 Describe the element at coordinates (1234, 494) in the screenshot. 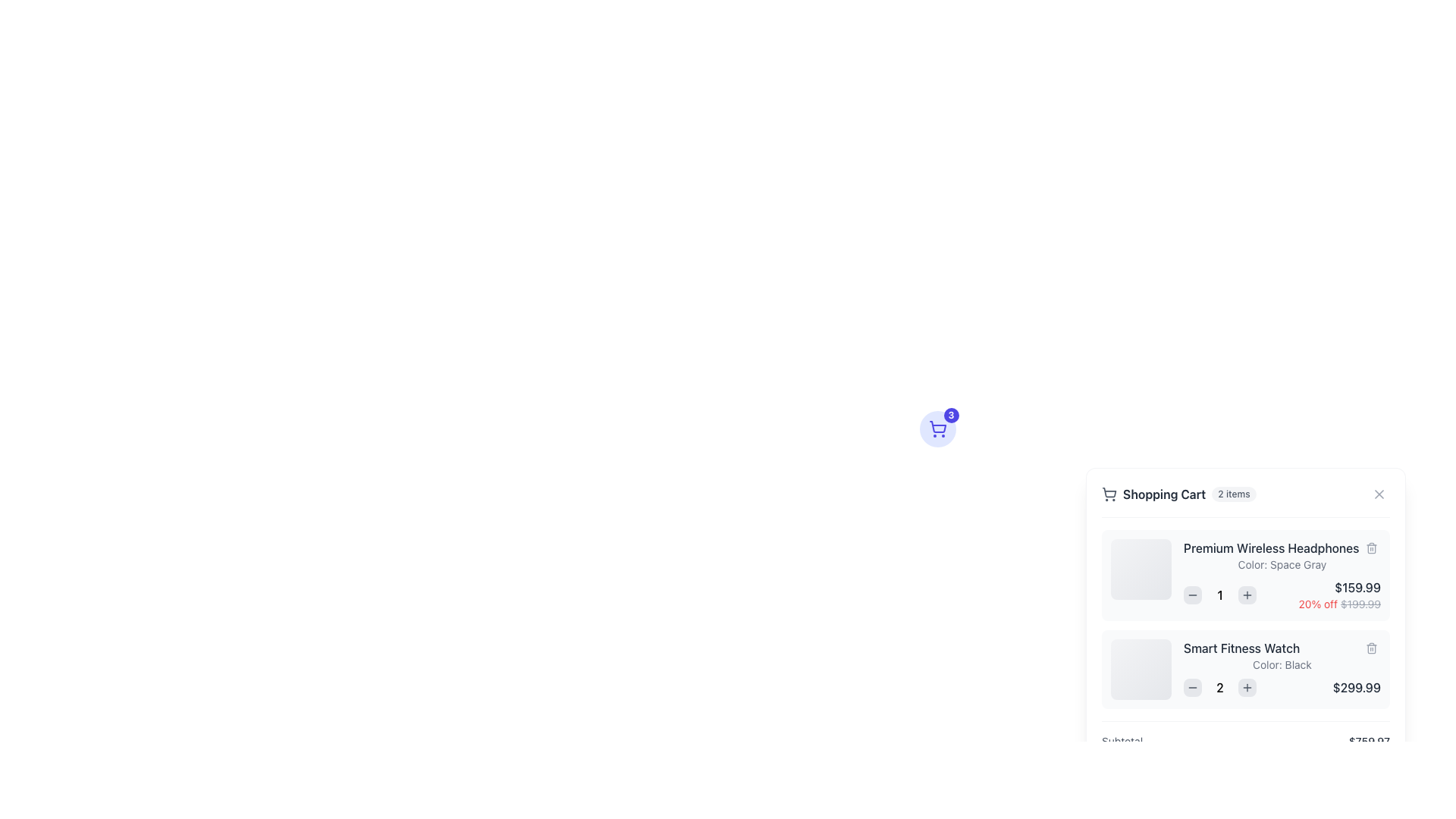

I see `the Informational Badge displaying '2 items', which is a small pill-shaped button with a light gray background, positioned to the right of the 'Shopping Cart' title in the pop-up cart summary view` at that location.